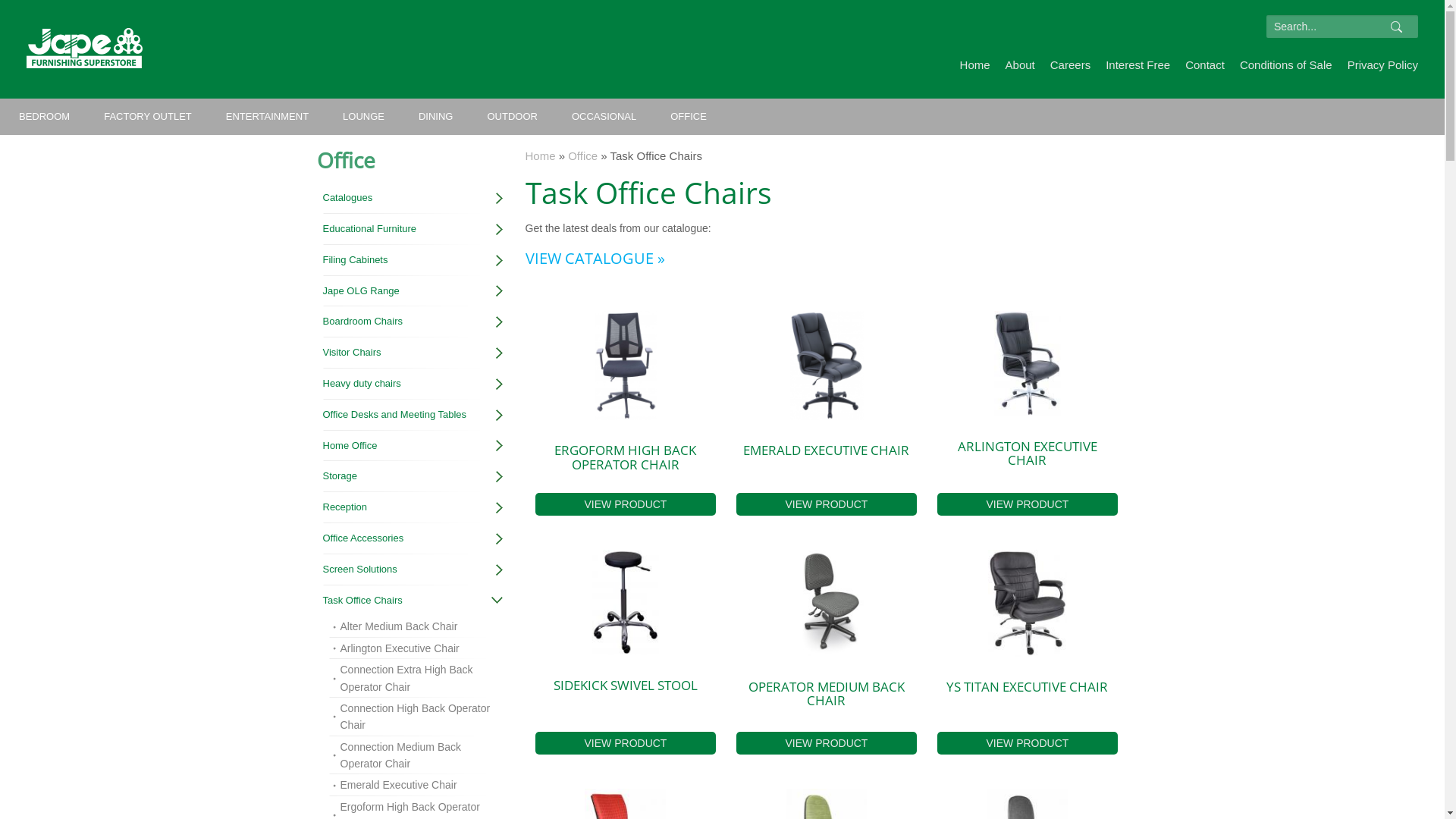  What do you see at coordinates (417, 677) in the screenshot?
I see `'Connection Extra High Back Operator Chair'` at bounding box center [417, 677].